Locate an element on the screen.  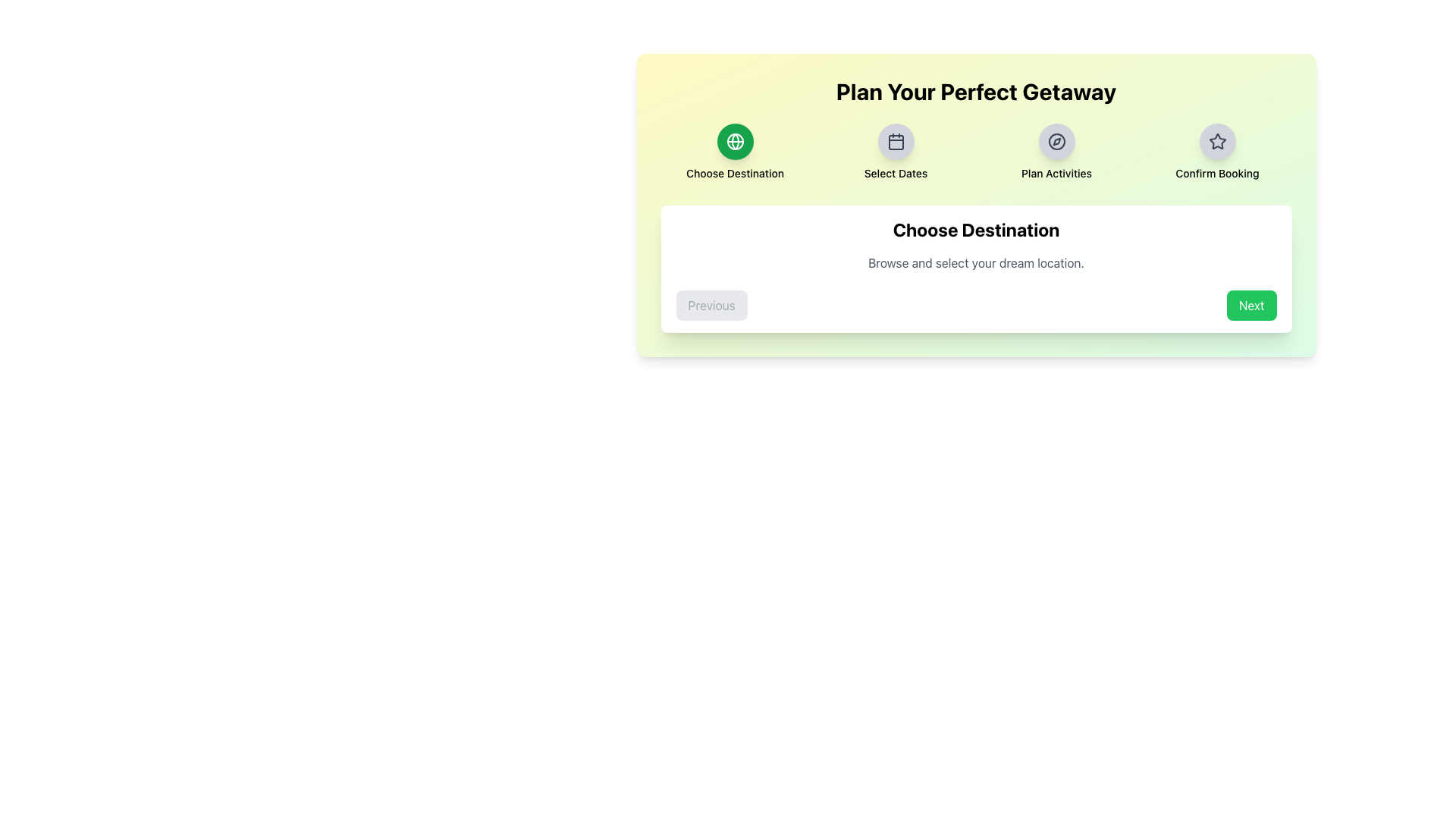
the 'Plan Activities' button, which is the third button in a horizontal group of four, located below the title 'Plan Your Perfect Getaway' is located at coordinates (1056, 141).